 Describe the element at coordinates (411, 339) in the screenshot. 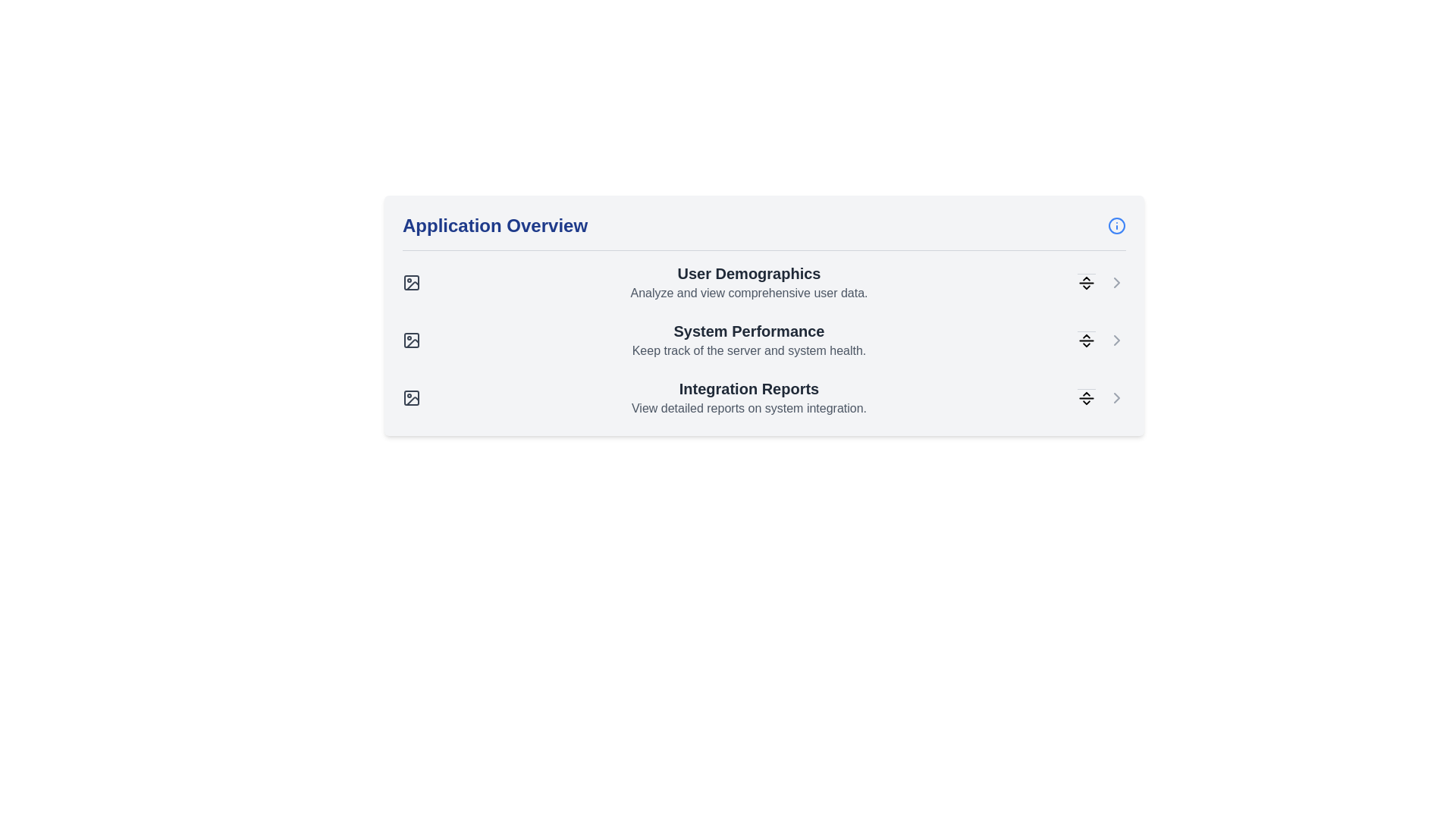

I see `the icon representing 'System Performance' located on the left side of its row within the 'Application Overview' section` at that location.